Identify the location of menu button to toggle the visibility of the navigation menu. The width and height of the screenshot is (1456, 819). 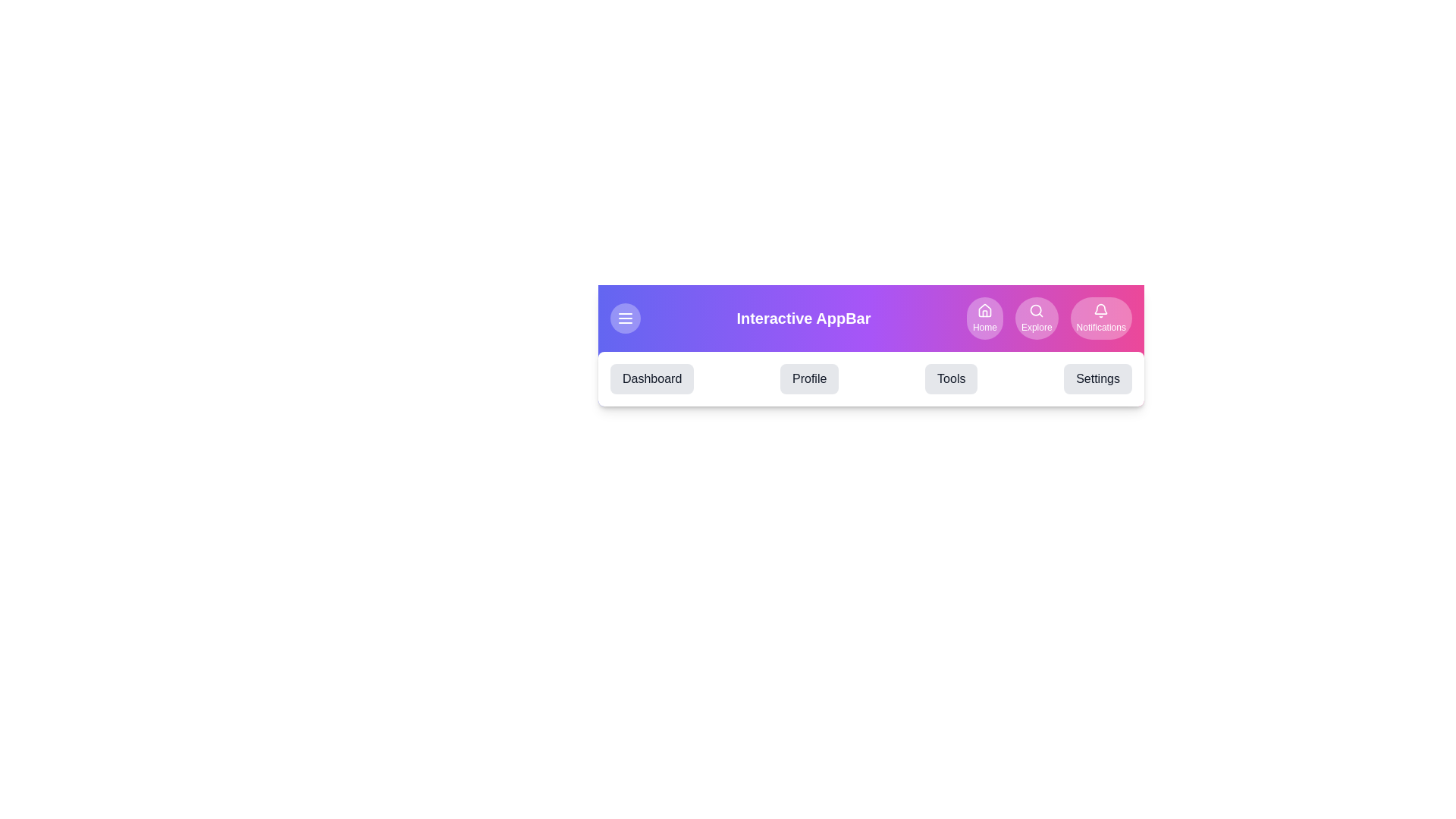
(626, 318).